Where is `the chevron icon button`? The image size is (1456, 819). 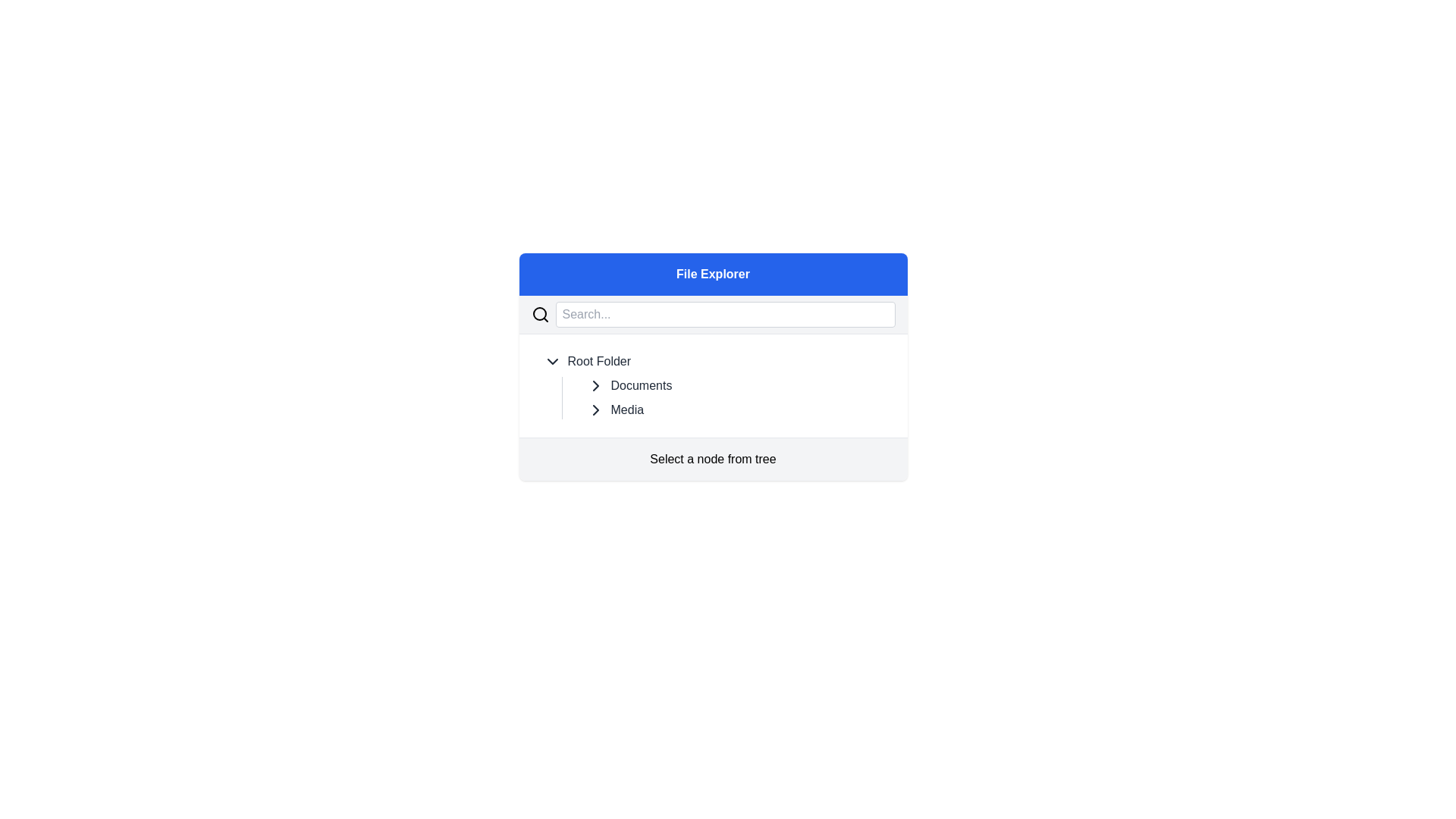
the chevron icon button is located at coordinates (551, 362).